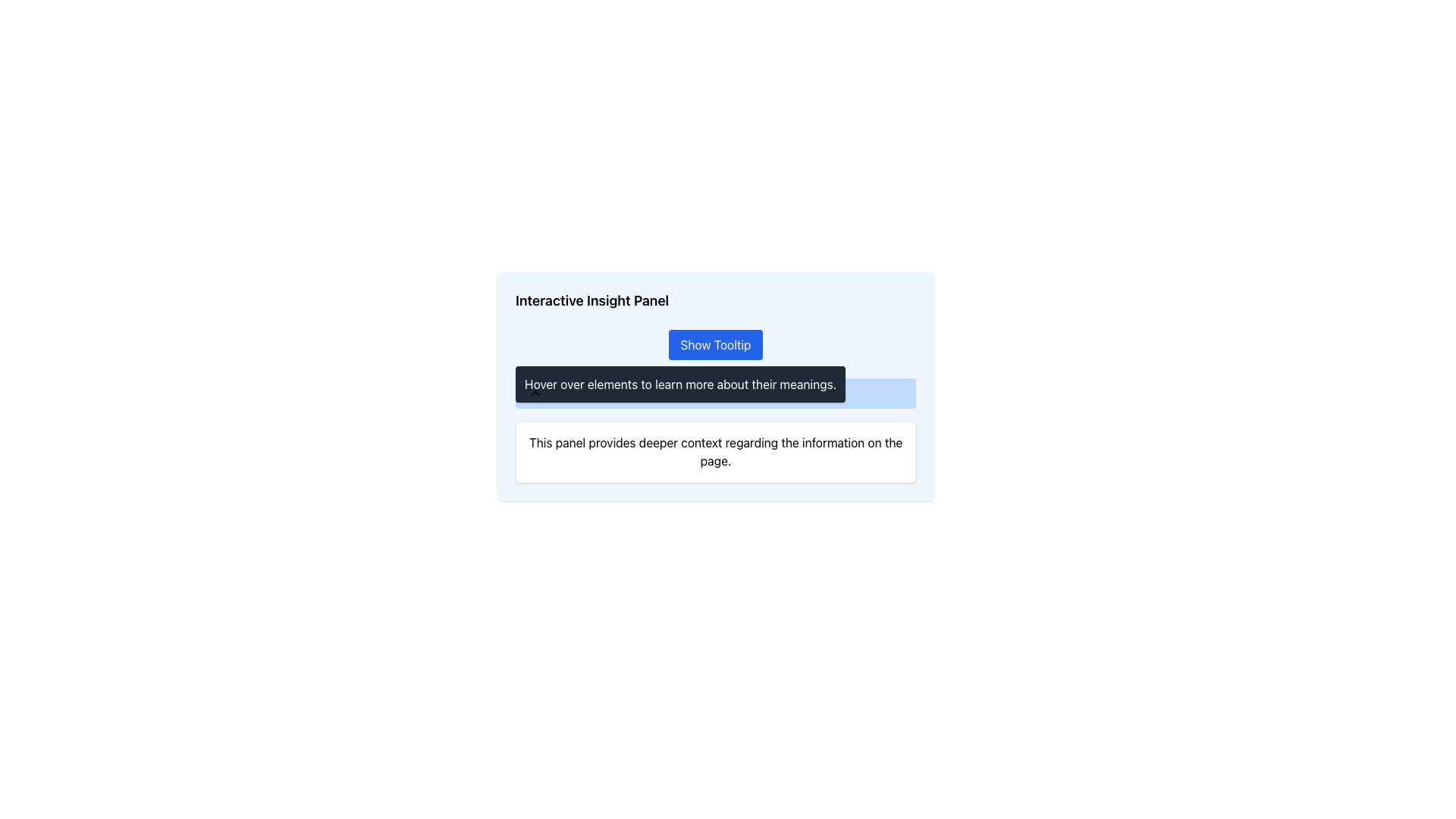  I want to click on the static text block that provides additional explanatory information, located at the bottom of the larger white panel, so click(715, 451).